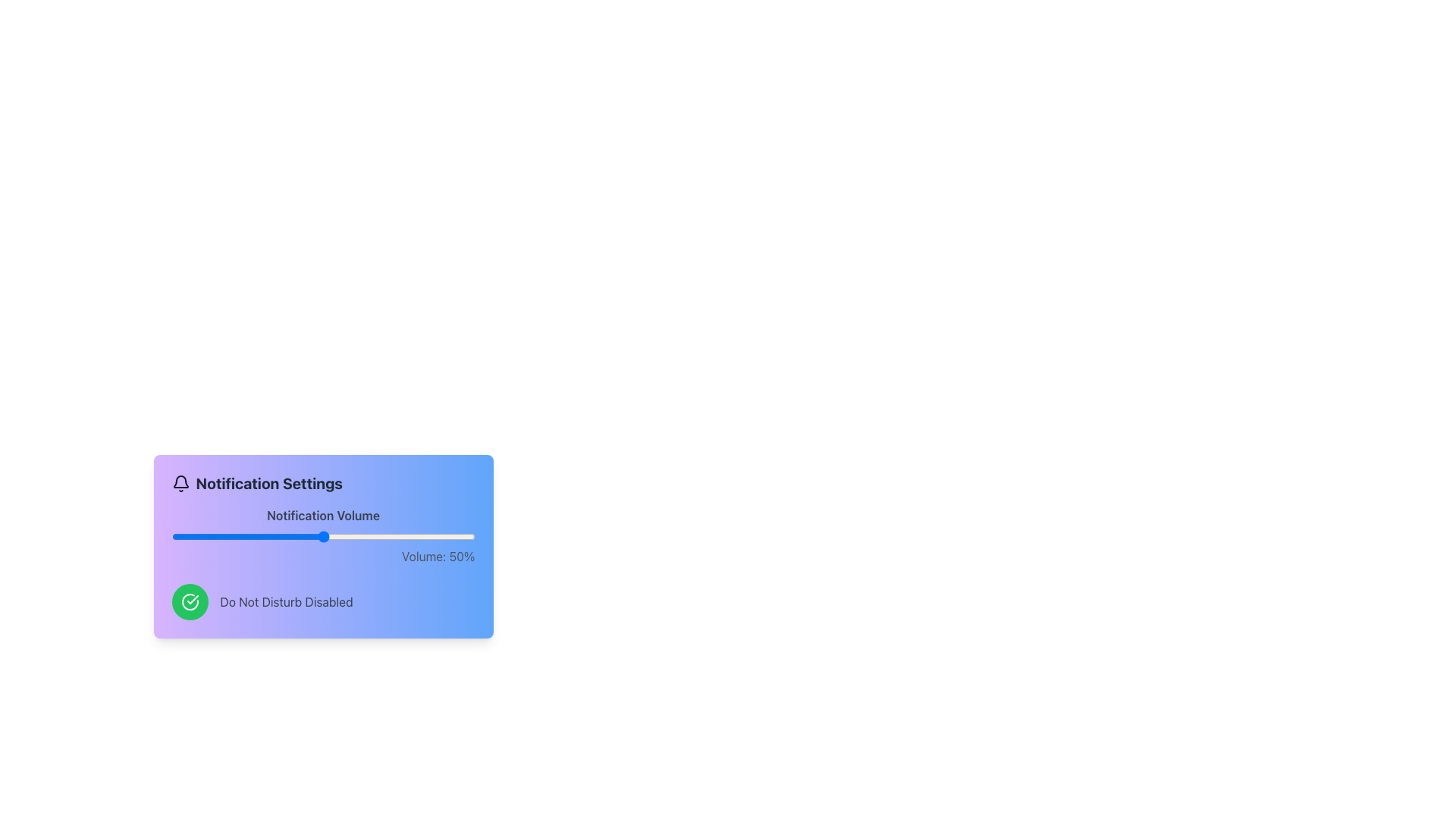 Image resolution: width=1456 pixels, height=819 pixels. Describe the element at coordinates (240, 536) in the screenshot. I see `notification volume` at that location.